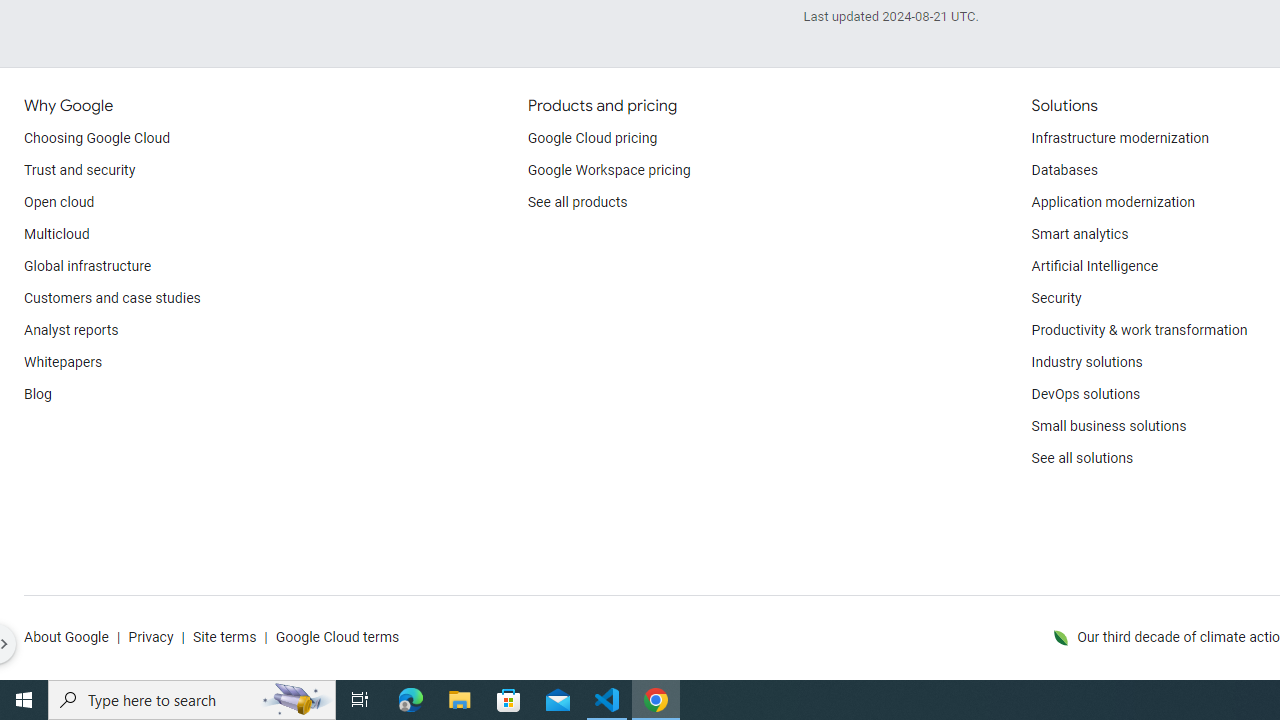  I want to click on 'Blog', so click(38, 394).